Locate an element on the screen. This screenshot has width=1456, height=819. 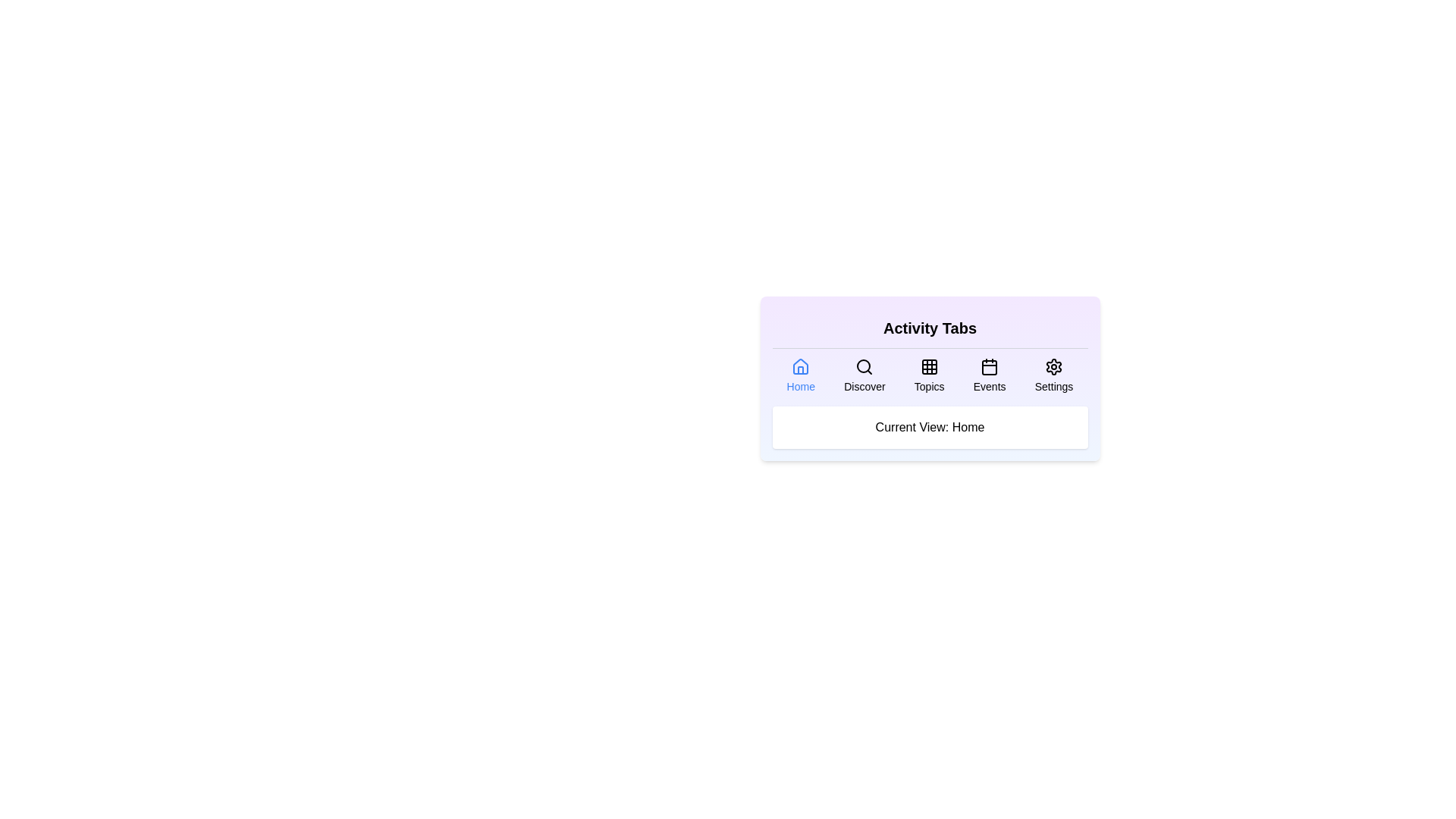
the Events tab is located at coordinates (990, 375).